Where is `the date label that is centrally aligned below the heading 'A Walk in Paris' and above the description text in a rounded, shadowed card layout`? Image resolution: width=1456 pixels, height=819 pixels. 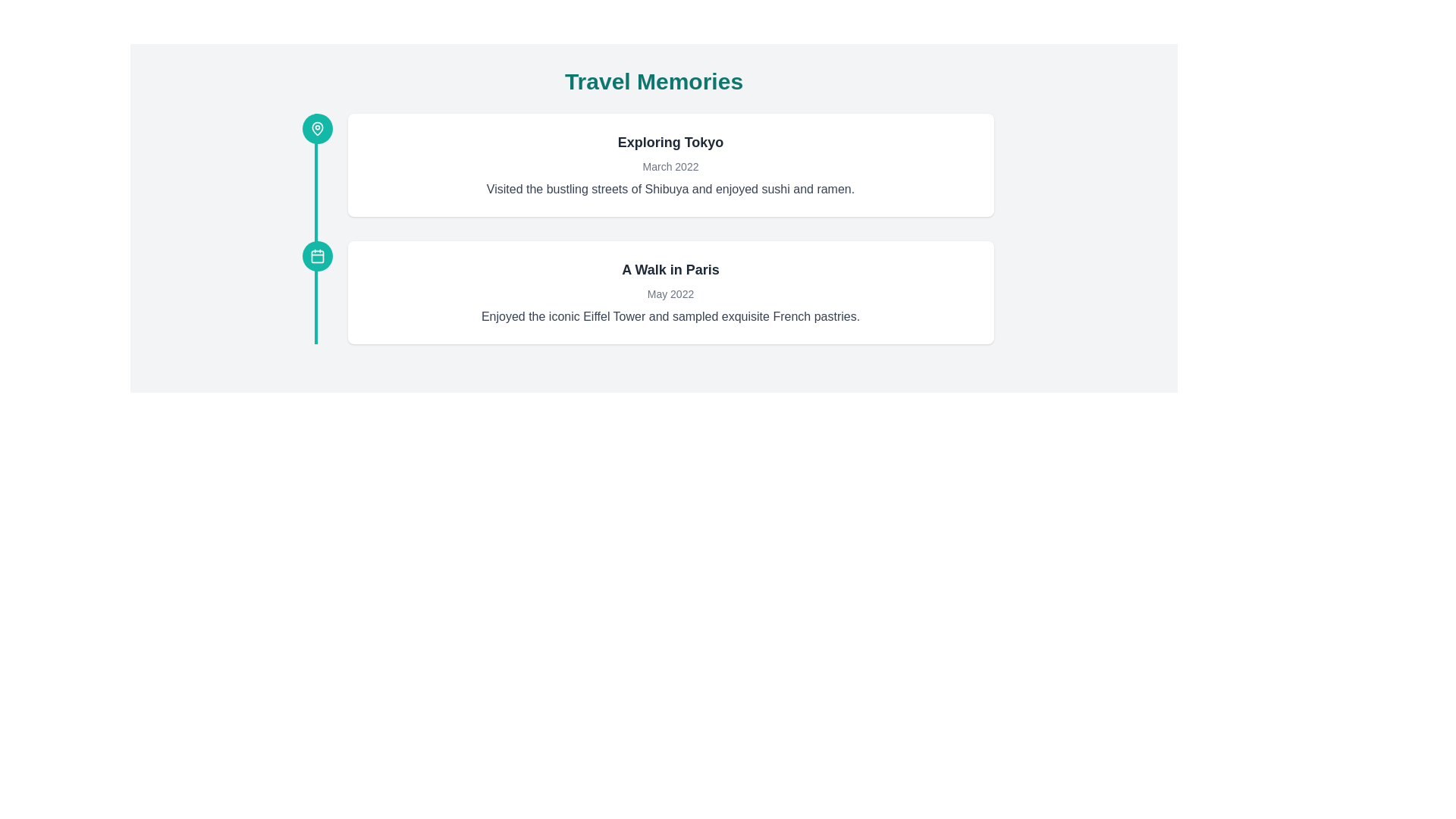
the date label that is centrally aligned below the heading 'A Walk in Paris' and above the description text in a rounded, shadowed card layout is located at coordinates (670, 294).